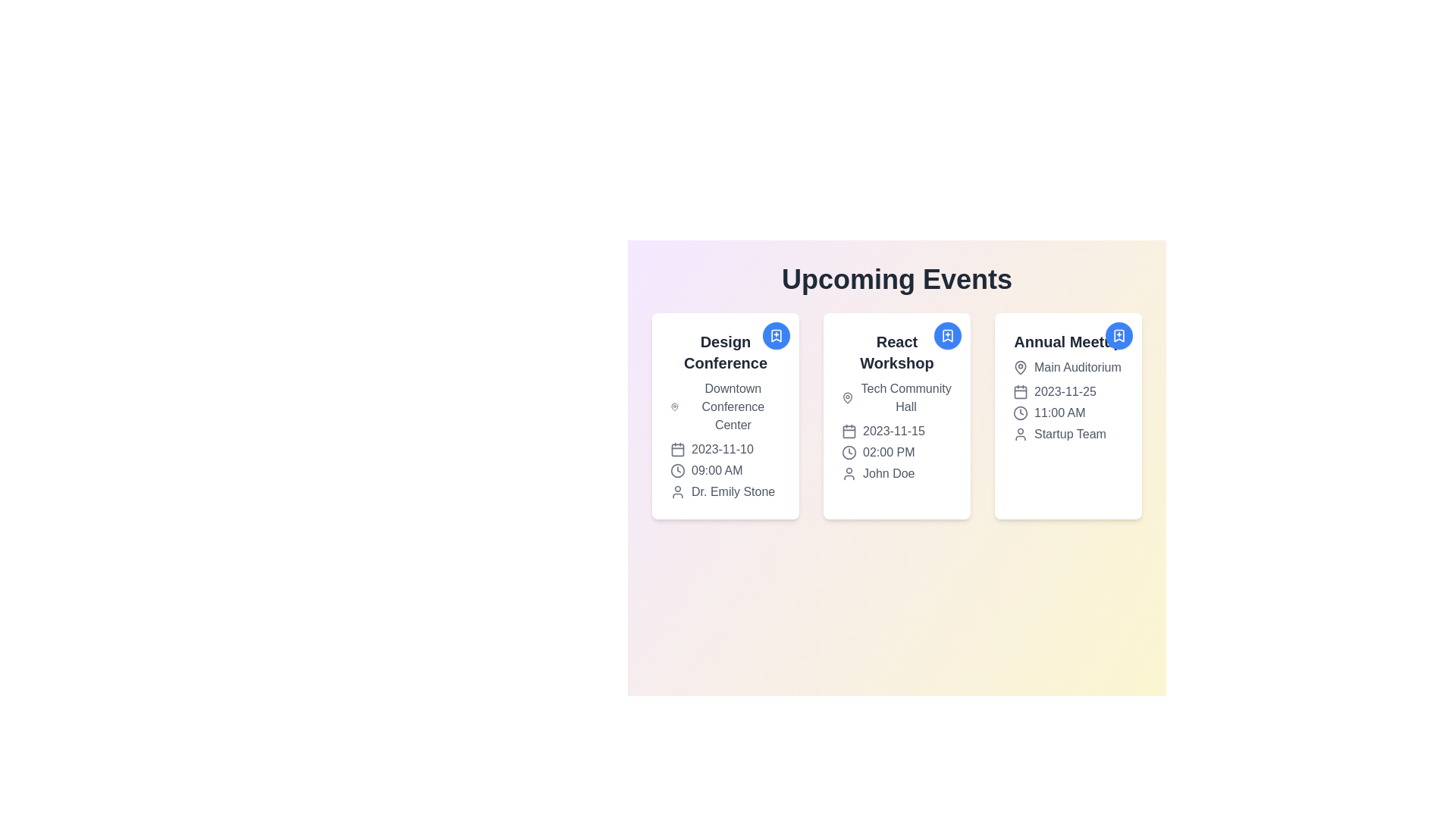 This screenshot has height=819, width=1456. Describe the element at coordinates (1020, 413) in the screenshot. I see `the clock icon located in the third card next to the '11:00 AM' text, which visually represents time information` at that location.